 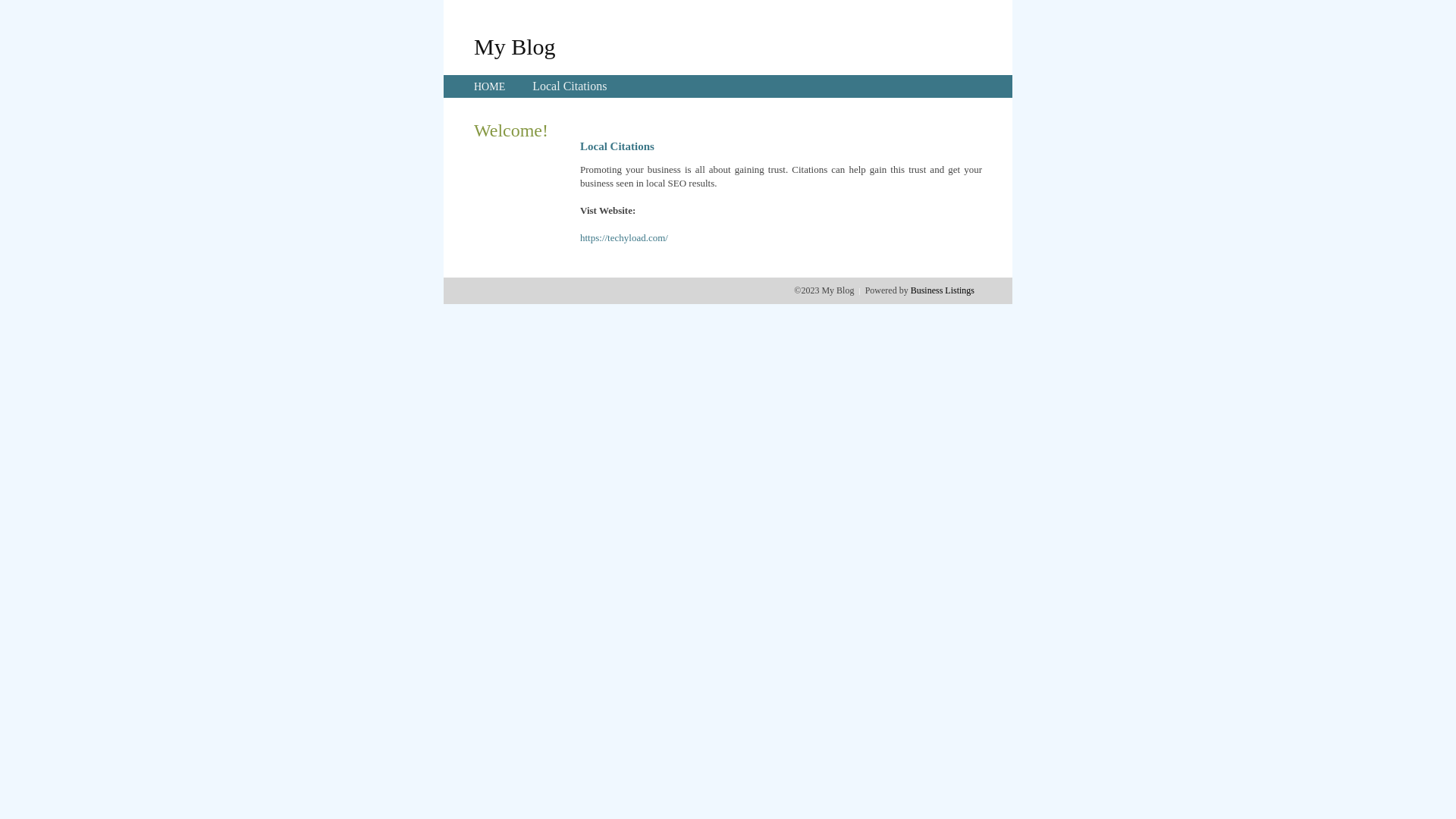 What do you see at coordinates (514, 45) in the screenshot?
I see `'My Blog'` at bounding box center [514, 45].